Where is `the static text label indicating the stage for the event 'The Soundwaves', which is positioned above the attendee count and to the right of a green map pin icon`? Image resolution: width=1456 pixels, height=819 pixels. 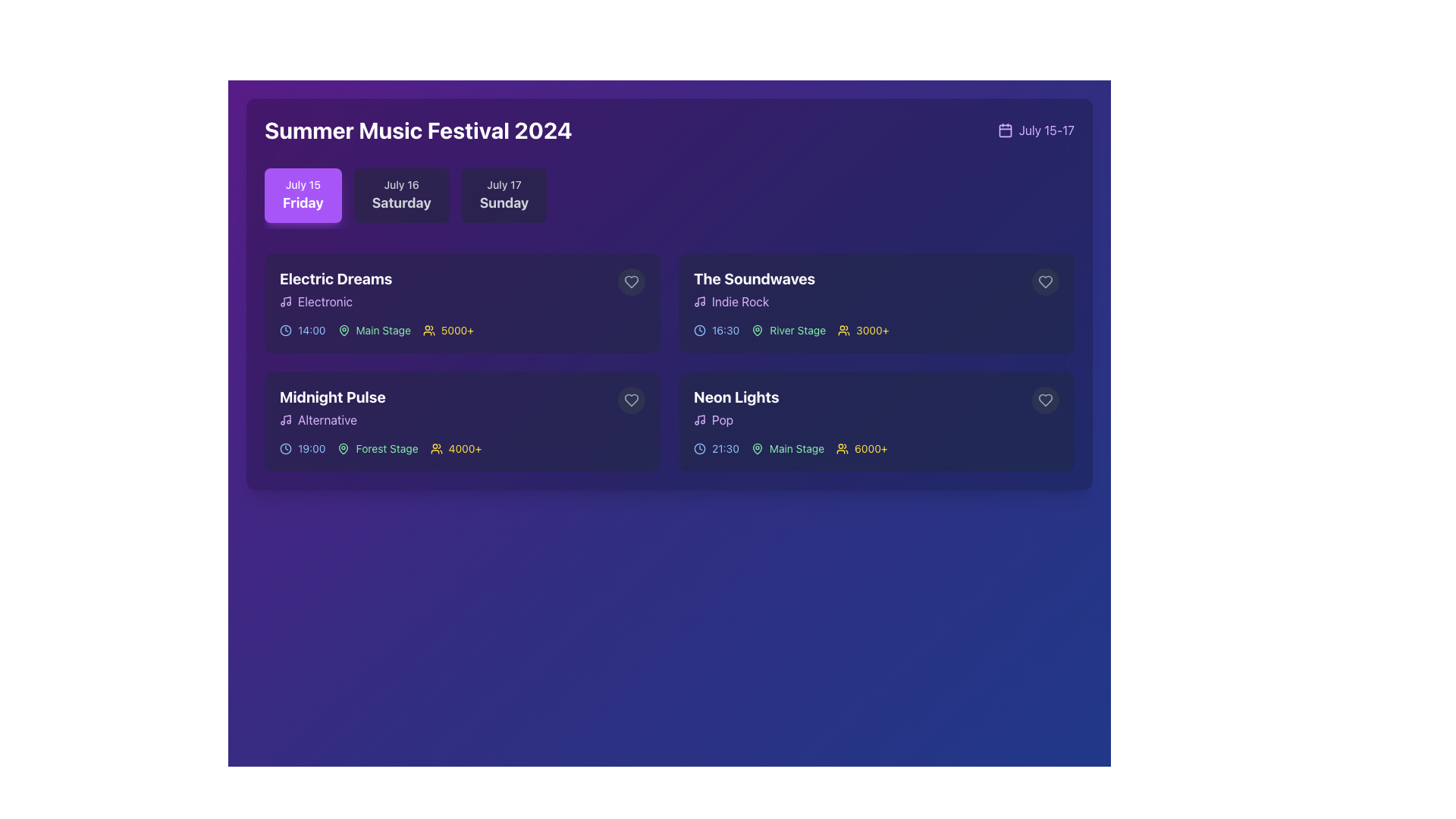 the static text label indicating the stage for the event 'The Soundwaves', which is positioned above the attendee count and to the right of a green map pin icon is located at coordinates (797, 329).